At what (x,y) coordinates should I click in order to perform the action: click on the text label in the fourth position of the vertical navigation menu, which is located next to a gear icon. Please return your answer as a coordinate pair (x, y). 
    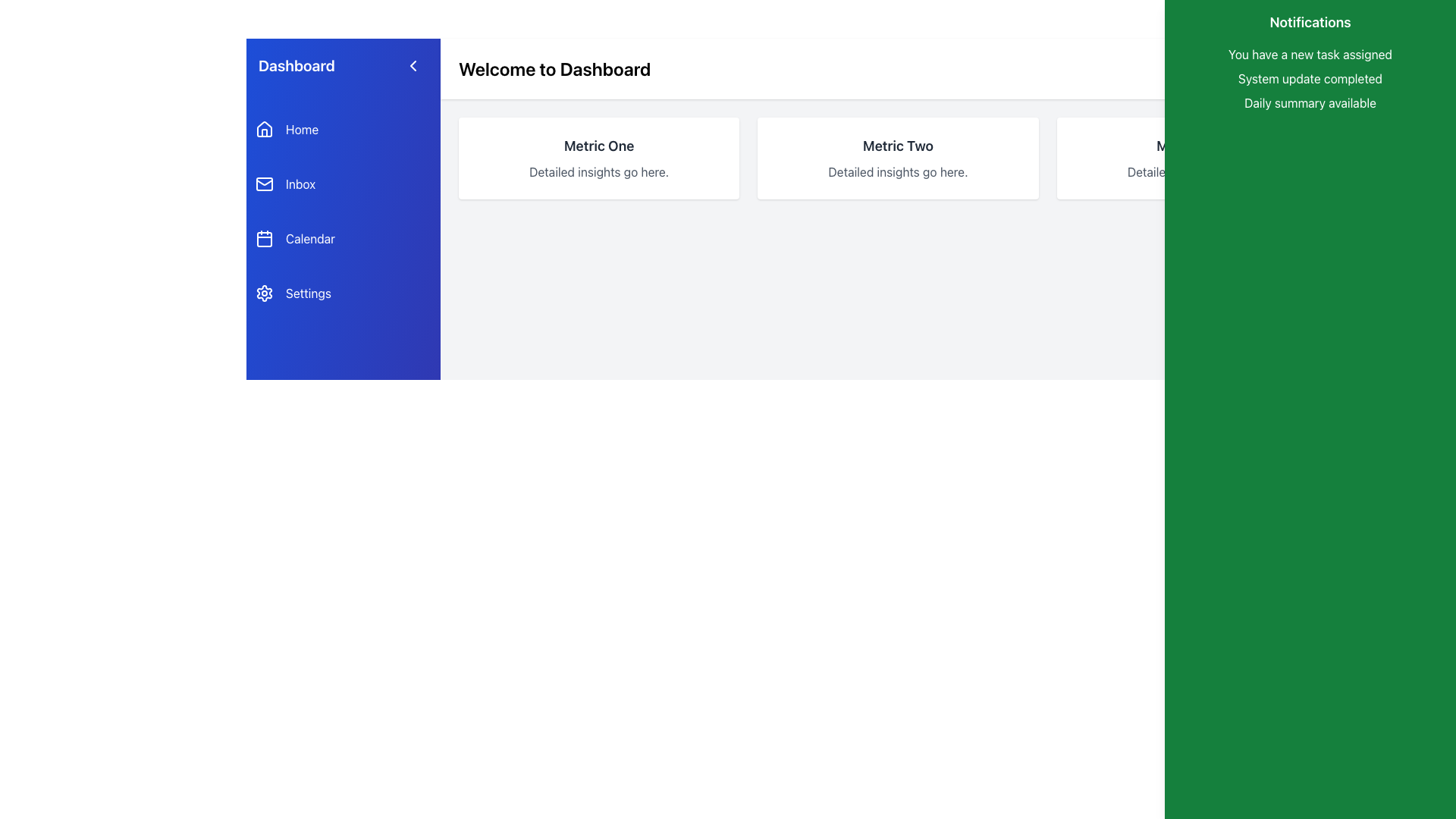
    Looking at the image, I should click on (307, 293).